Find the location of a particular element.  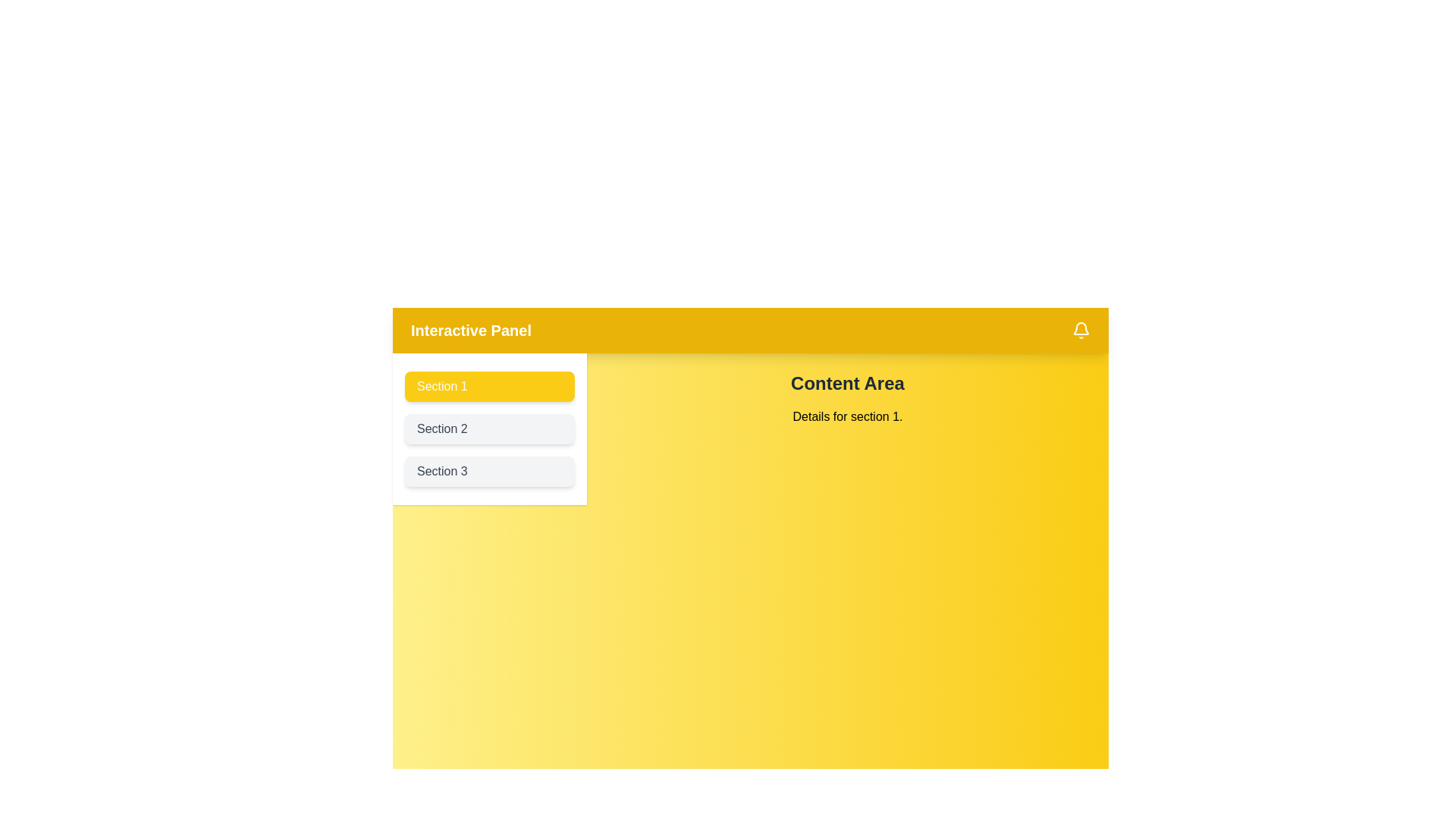

the 'Section 2' button located in the vertical list of buttons within the white panel on the left side of the interface for keyboard interactions is located at coordinates (490, 429).